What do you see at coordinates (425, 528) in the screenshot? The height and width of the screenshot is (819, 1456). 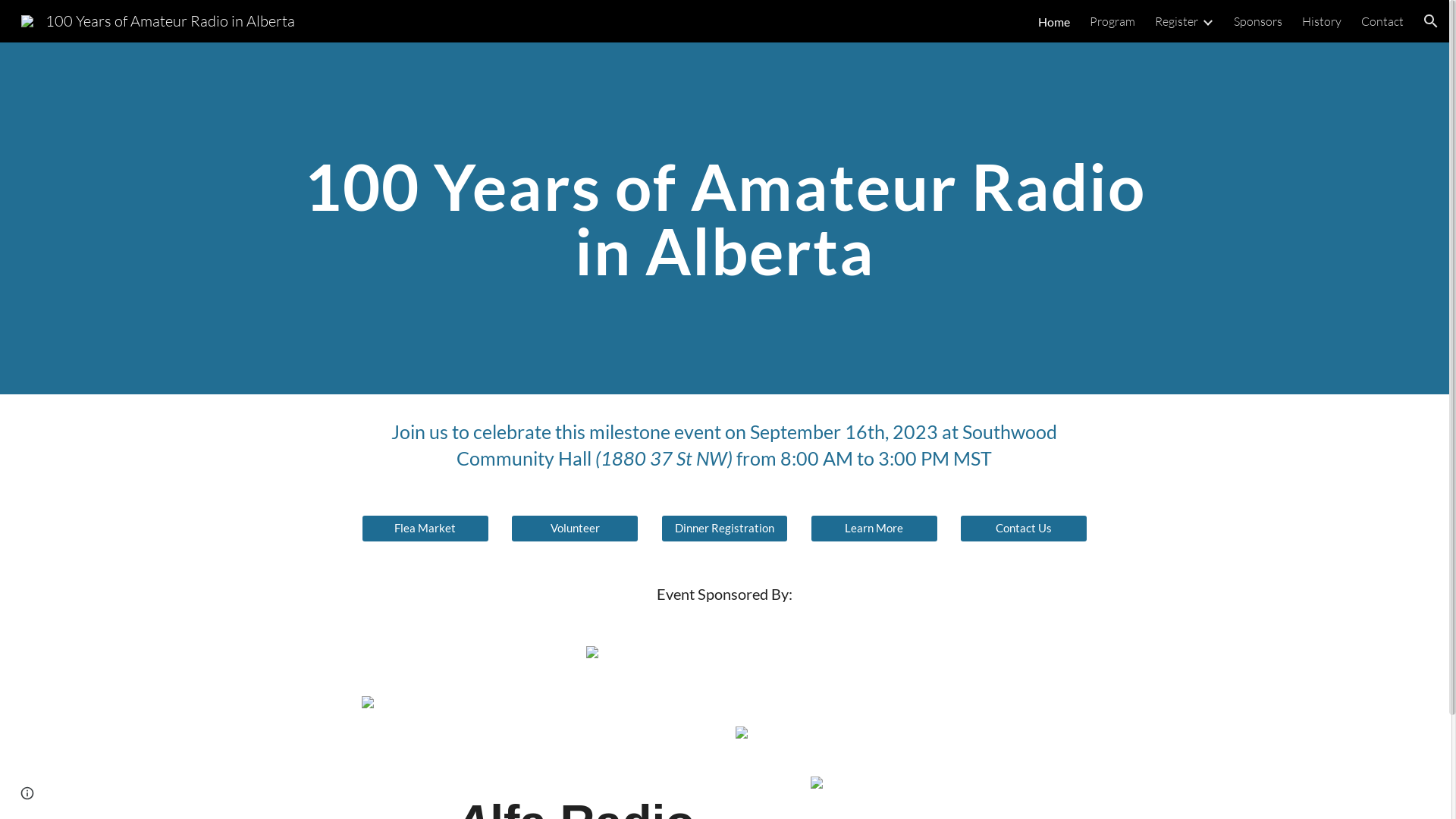 I see `'Flea Market'` at bounding box center [425, 528].